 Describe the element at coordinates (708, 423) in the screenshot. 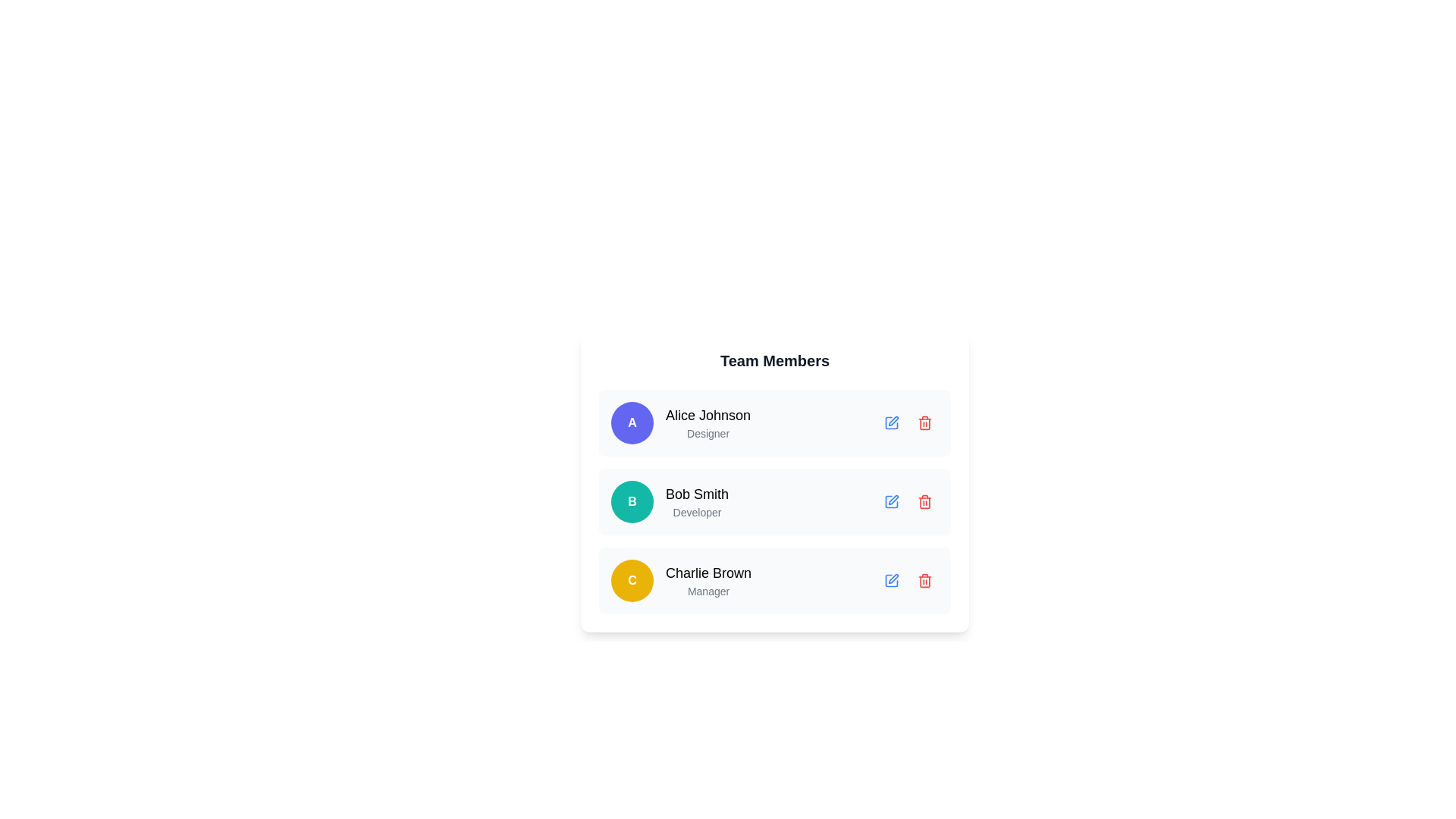

I see `the text label displaying 'Alice Johnson' and 'Designer', which is the first item in the vertically stacked list, positioned to the right of the purple circular avatar` at that location.